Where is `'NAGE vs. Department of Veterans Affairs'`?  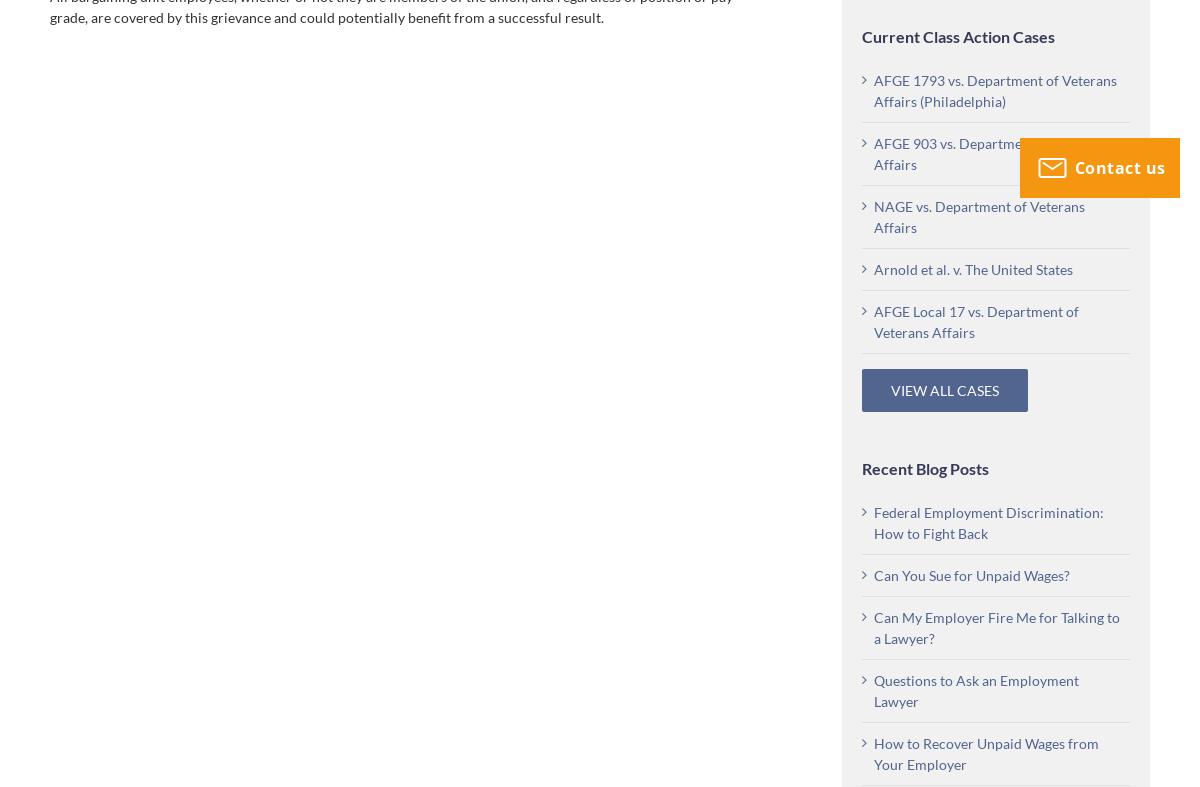
'NAGE vs. Department of Veterans Affairs' is located at coordinates (872, 216).